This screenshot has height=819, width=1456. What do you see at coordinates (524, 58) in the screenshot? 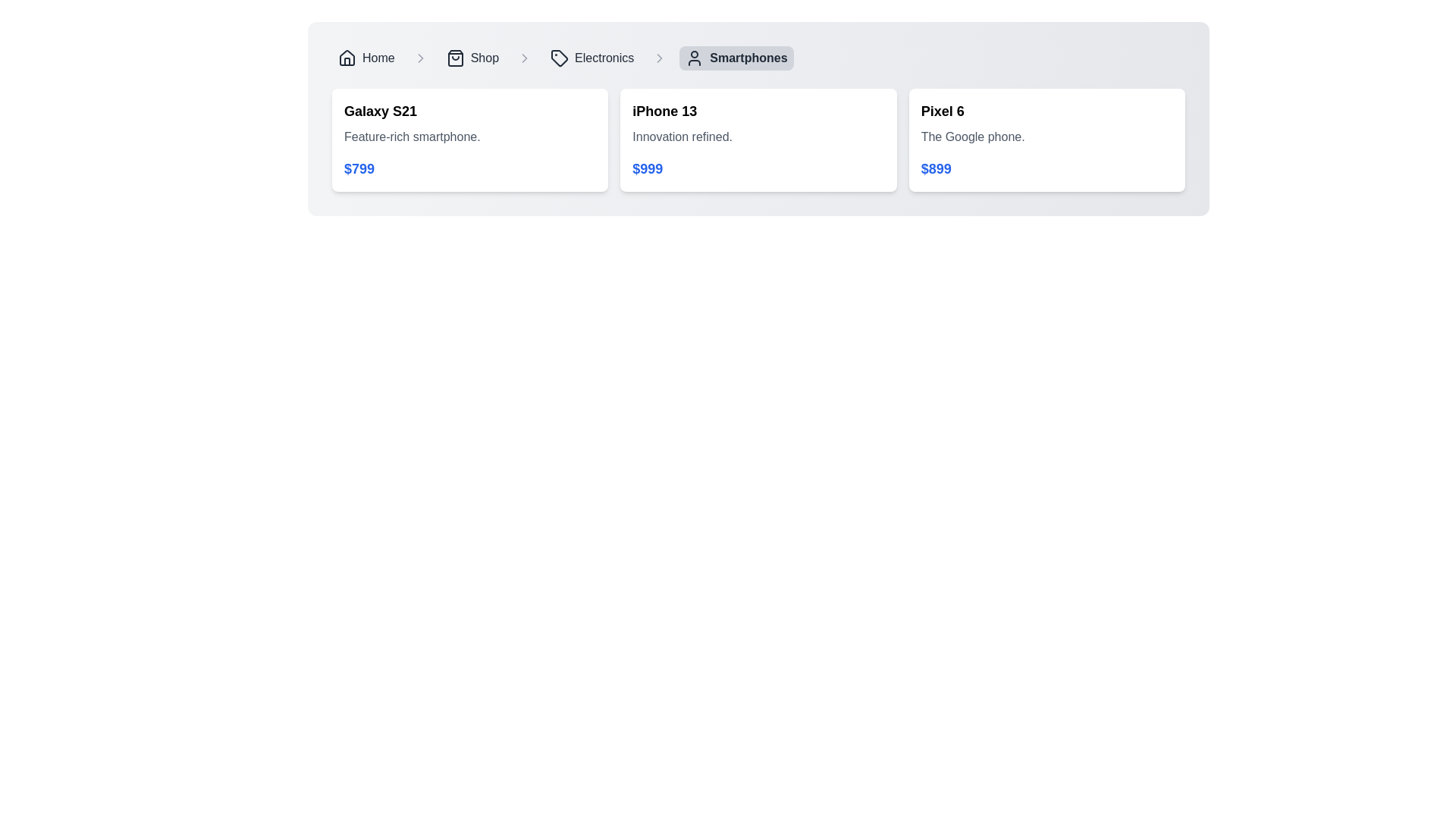
I see `the right-pointing chevron icon in the breadcrumb navigation bar, which serves as a visual separator between breadcrumb segments` at bounding box center [524, 58].